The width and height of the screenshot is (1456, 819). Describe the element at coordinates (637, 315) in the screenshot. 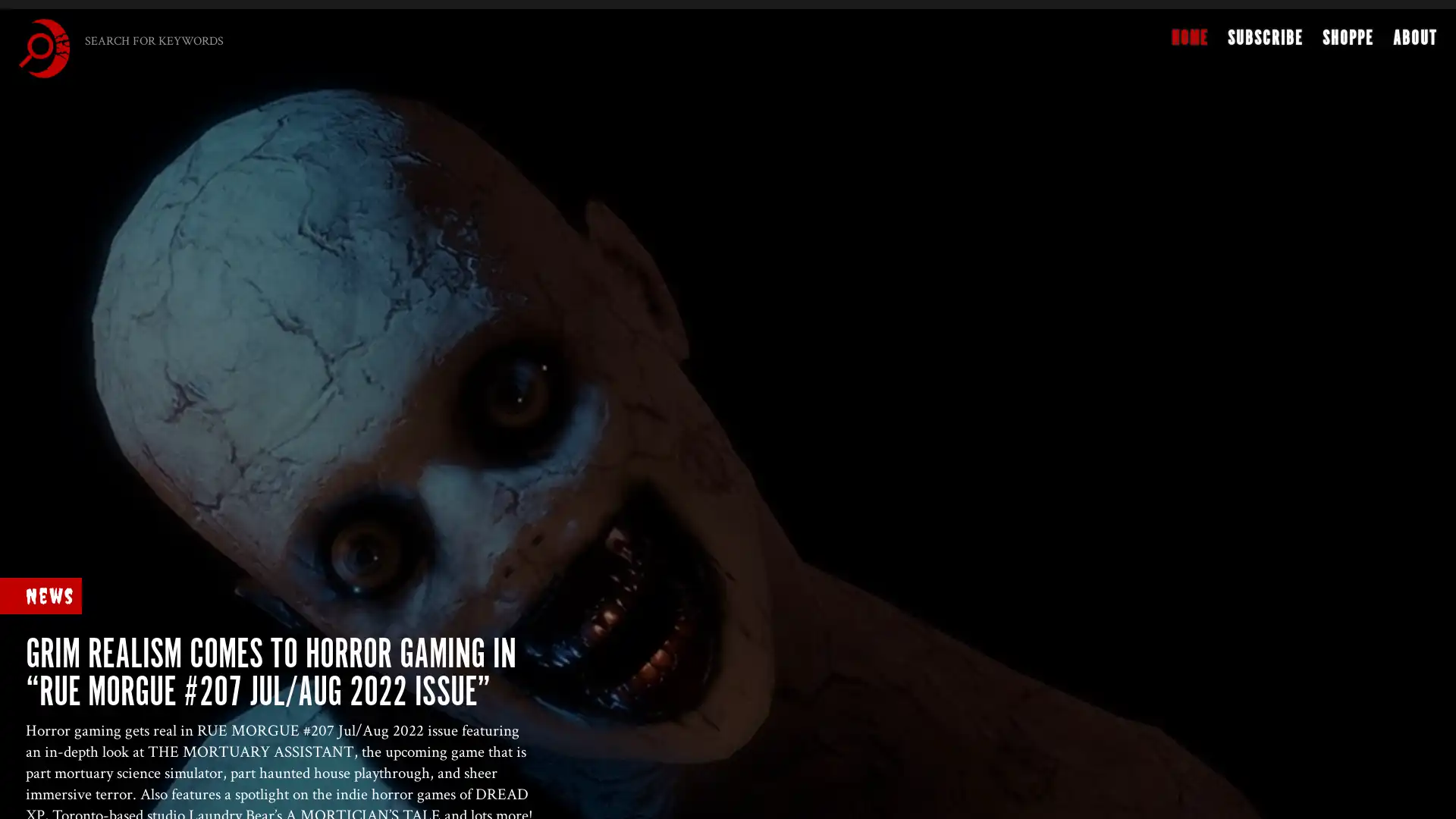

I see `Subscribe today and have your name automatically entered to win a MURDER MYSTERY BOX, courtesy of Deadbolt Mystery Society!` at that location.